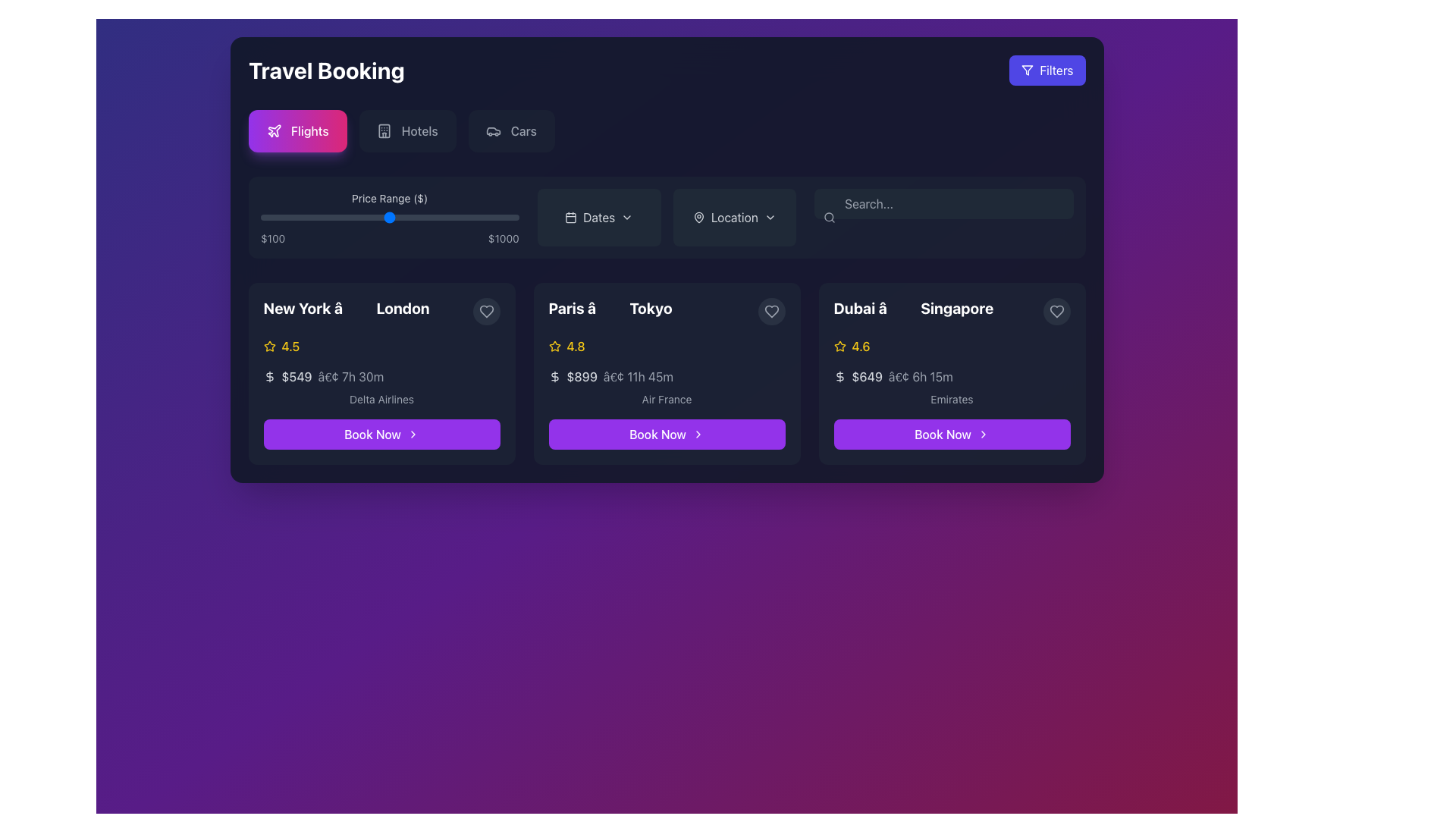 The width and height of the screenshot is (1456, 819). Describe the element at coordinates (486, 311) in the screenshot. I see `the heart icon located in the top-right corner of the 'Paris to Tokyo' flight card to mark it as a favorite` at that location.